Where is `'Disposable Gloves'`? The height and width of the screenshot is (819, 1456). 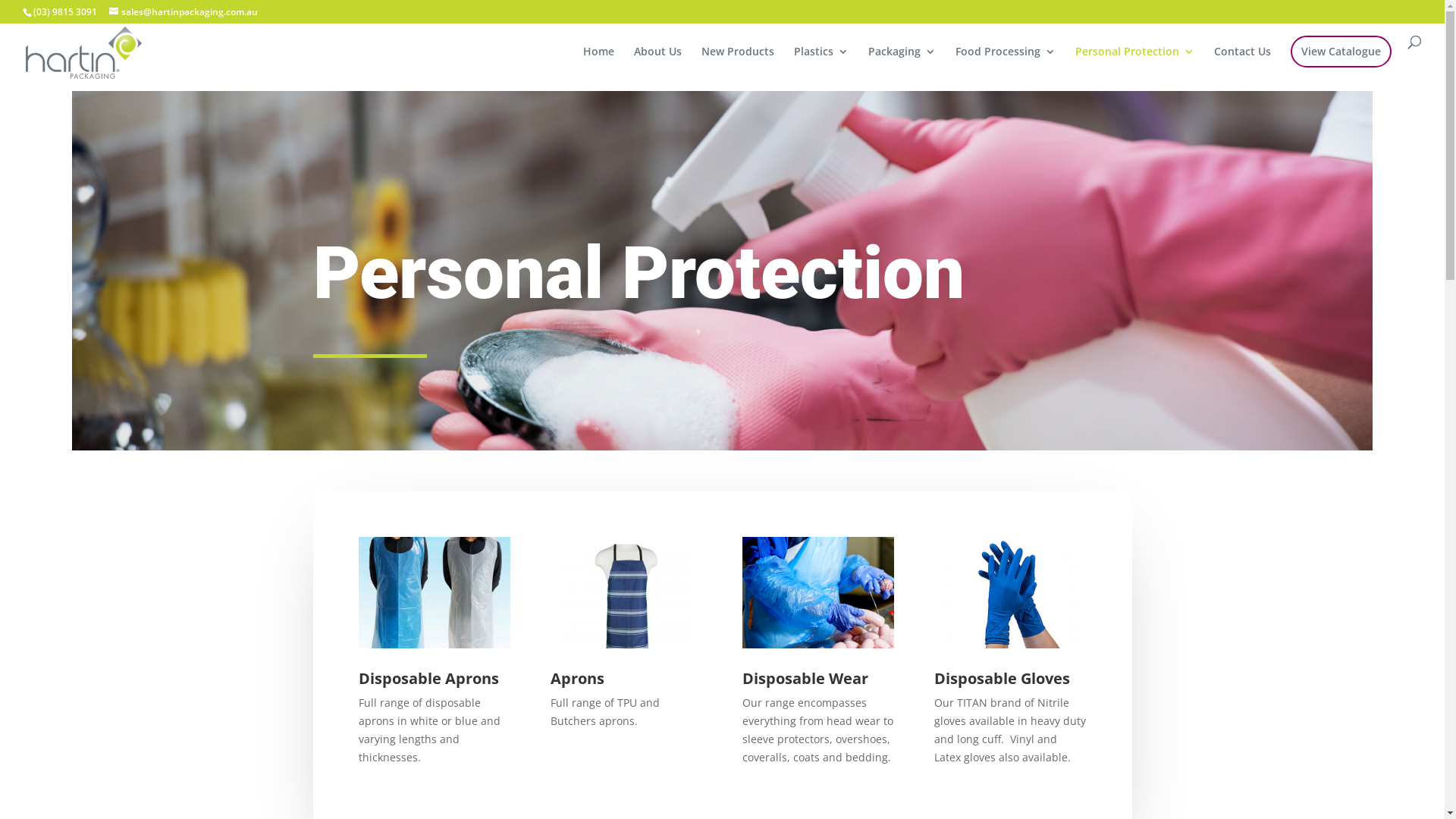 'Disposable Gloves' is located at coordinates (934, 677).